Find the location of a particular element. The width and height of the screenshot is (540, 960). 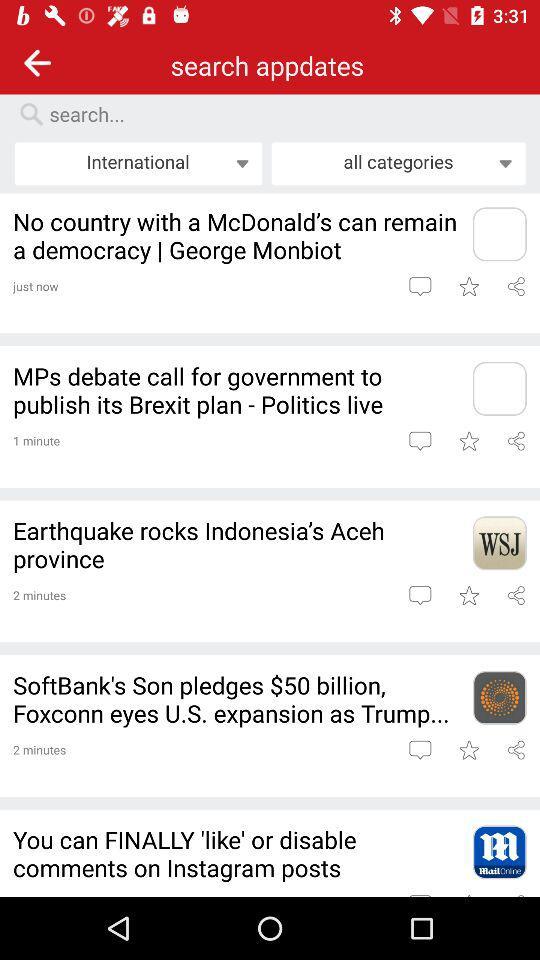

the item to the right of international is located at coordinates (398, 162).